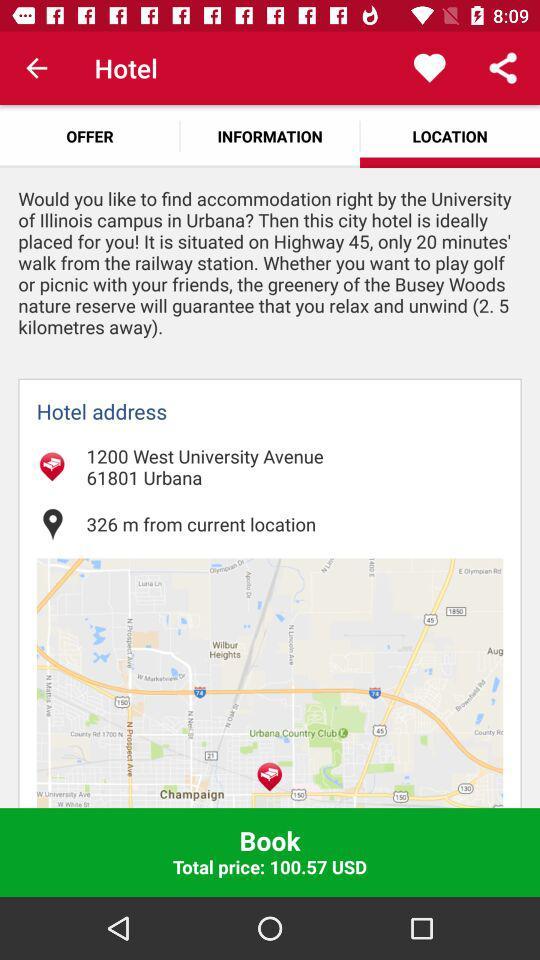 This screenshot has height=960, width=540. I want to click on the icon below the 326 m from, so click(270, 683).